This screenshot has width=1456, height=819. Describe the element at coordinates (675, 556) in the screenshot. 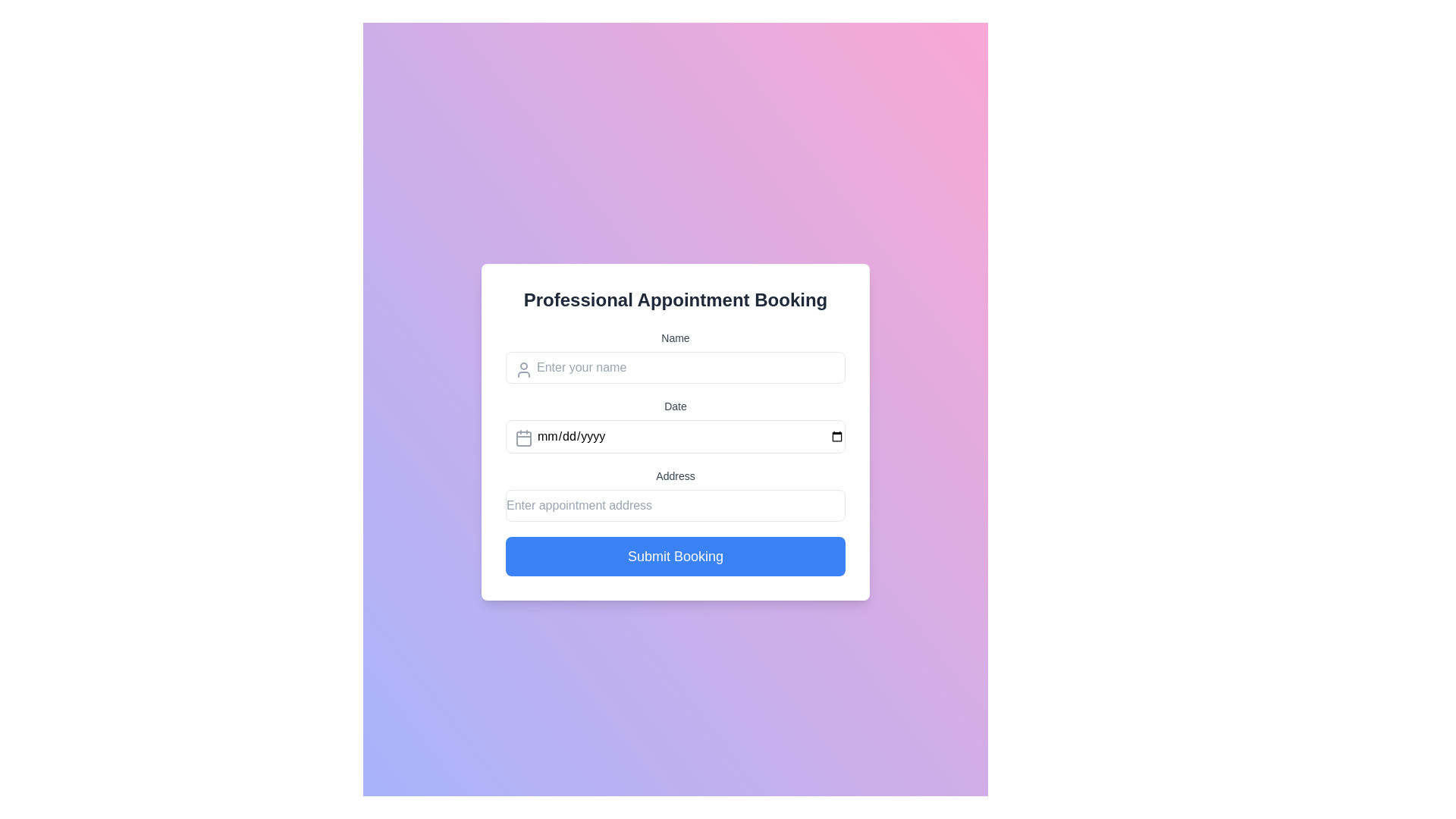

I see `the 'Submit Booking' button, which is a rectangular button with rounded corners, a blue background, and white text, located at the bottom of the form` at that location.